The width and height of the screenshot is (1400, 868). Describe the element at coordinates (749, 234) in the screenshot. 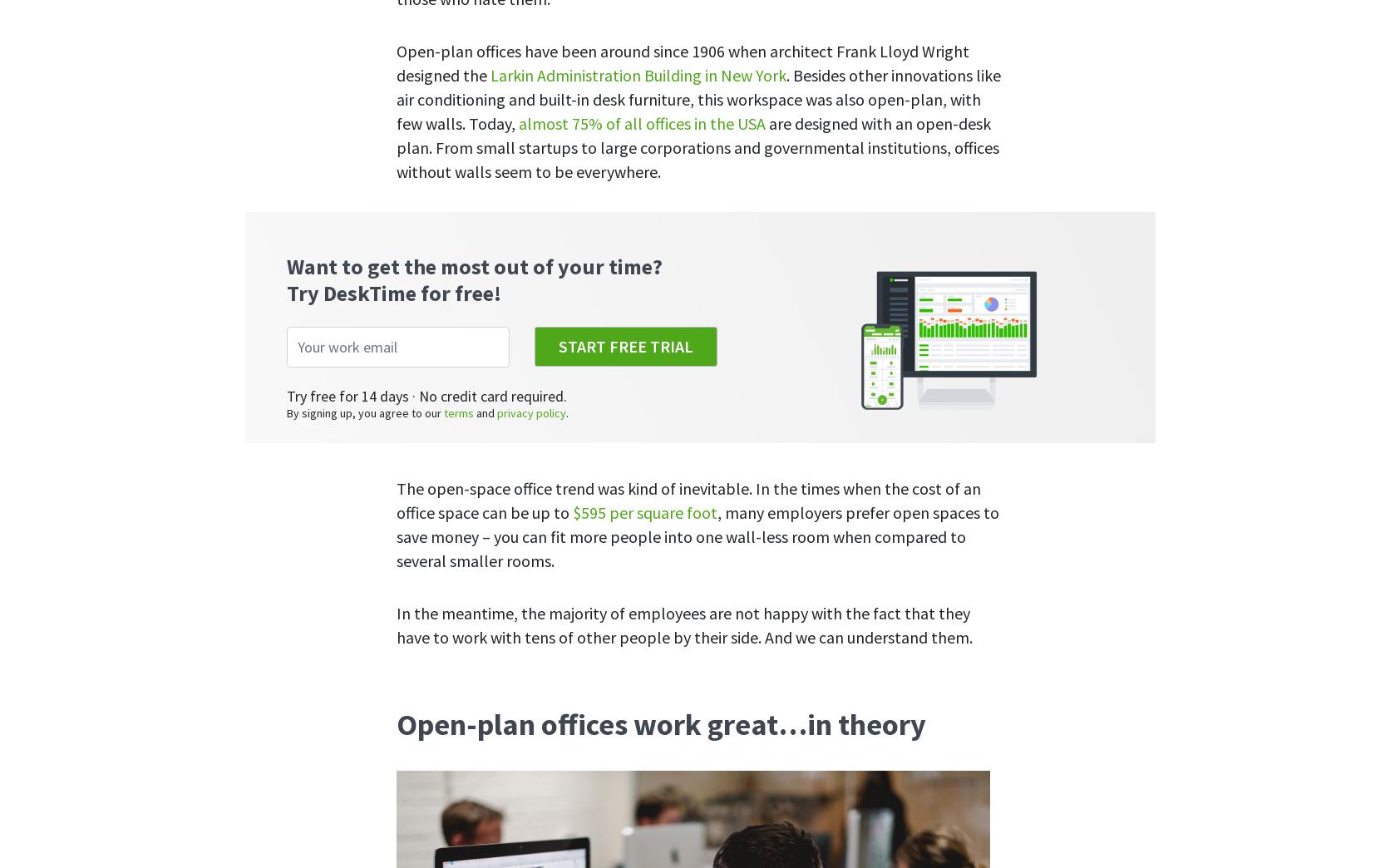

I see `'privacy policy'` at that location.